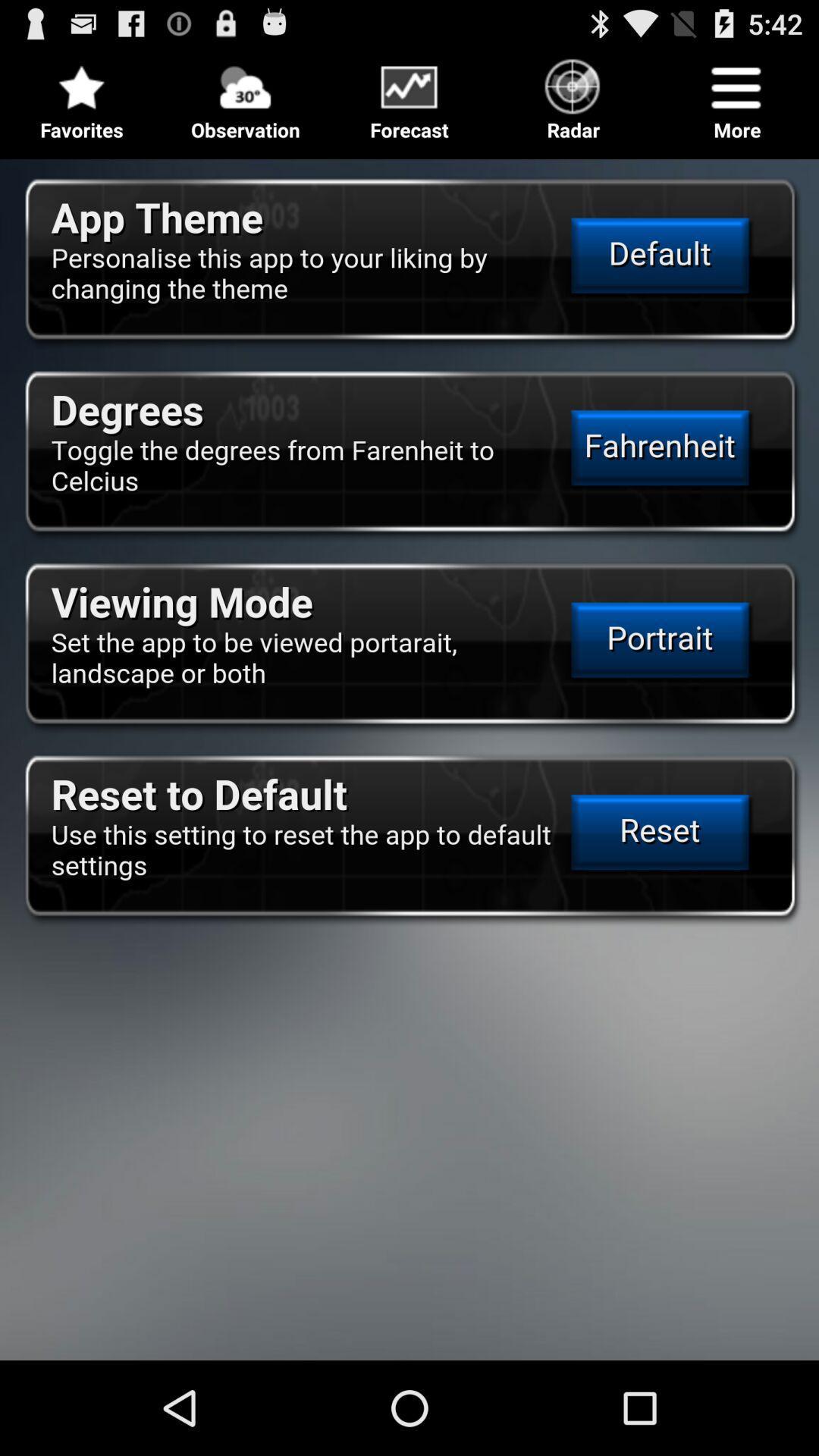 The width and height of the screenshot is (819, 1456). I want to click on settings display field, so click(409, 754).